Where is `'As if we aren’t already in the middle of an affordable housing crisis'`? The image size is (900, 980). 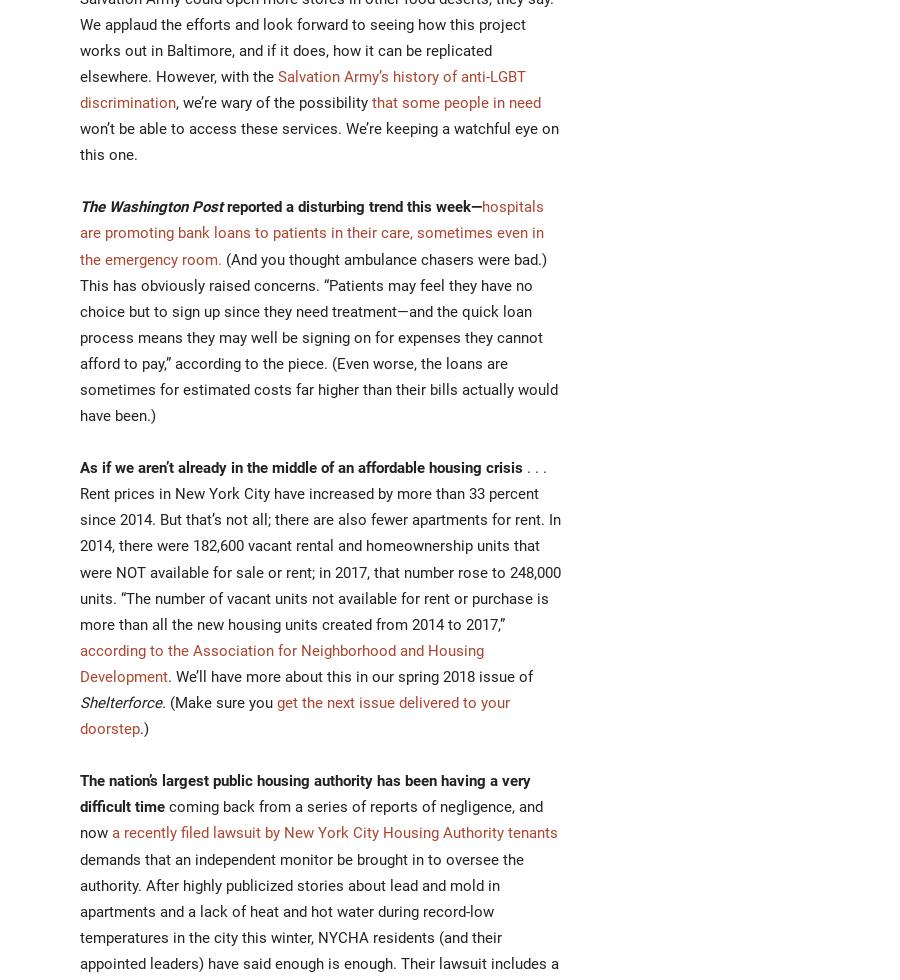
'As if we aren’t already in the middle of an affordable housing crisis' is located at coordinates (300, 468).